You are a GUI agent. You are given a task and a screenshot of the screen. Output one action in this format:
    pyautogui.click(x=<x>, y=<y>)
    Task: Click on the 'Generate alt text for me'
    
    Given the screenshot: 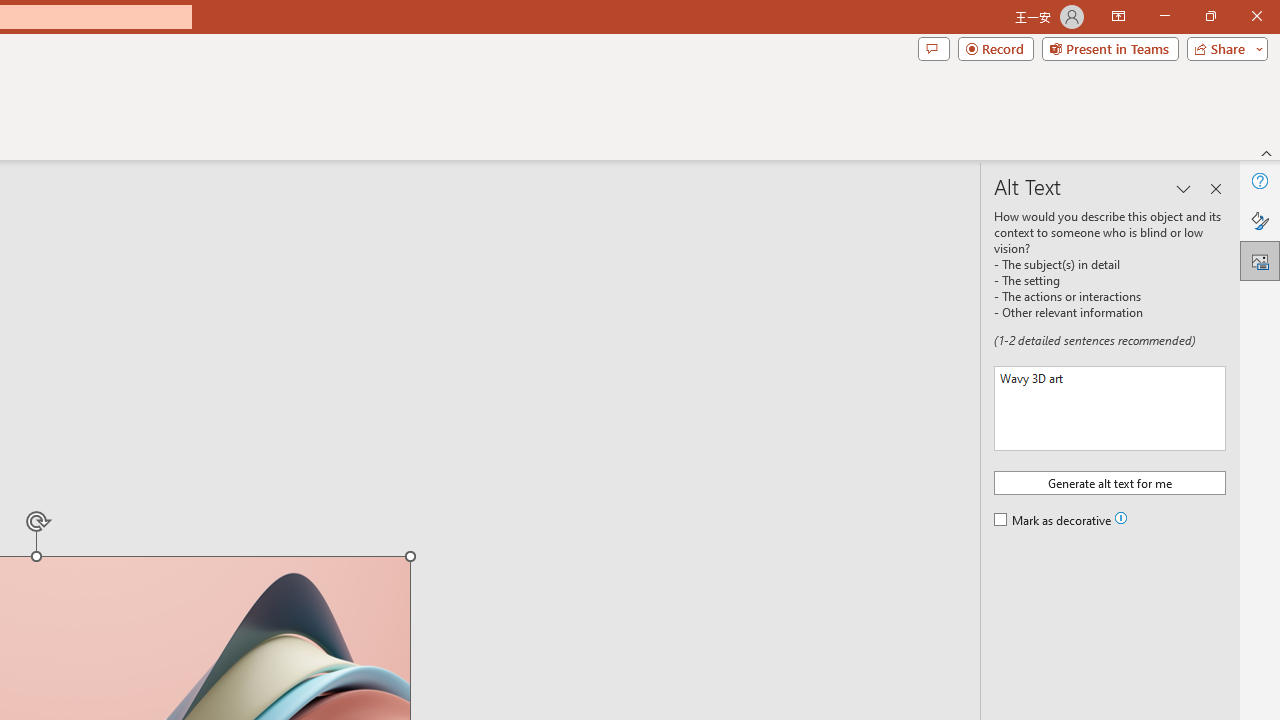 What is the action you would take?
    pyautogui.click(x=1109, y=483)
    